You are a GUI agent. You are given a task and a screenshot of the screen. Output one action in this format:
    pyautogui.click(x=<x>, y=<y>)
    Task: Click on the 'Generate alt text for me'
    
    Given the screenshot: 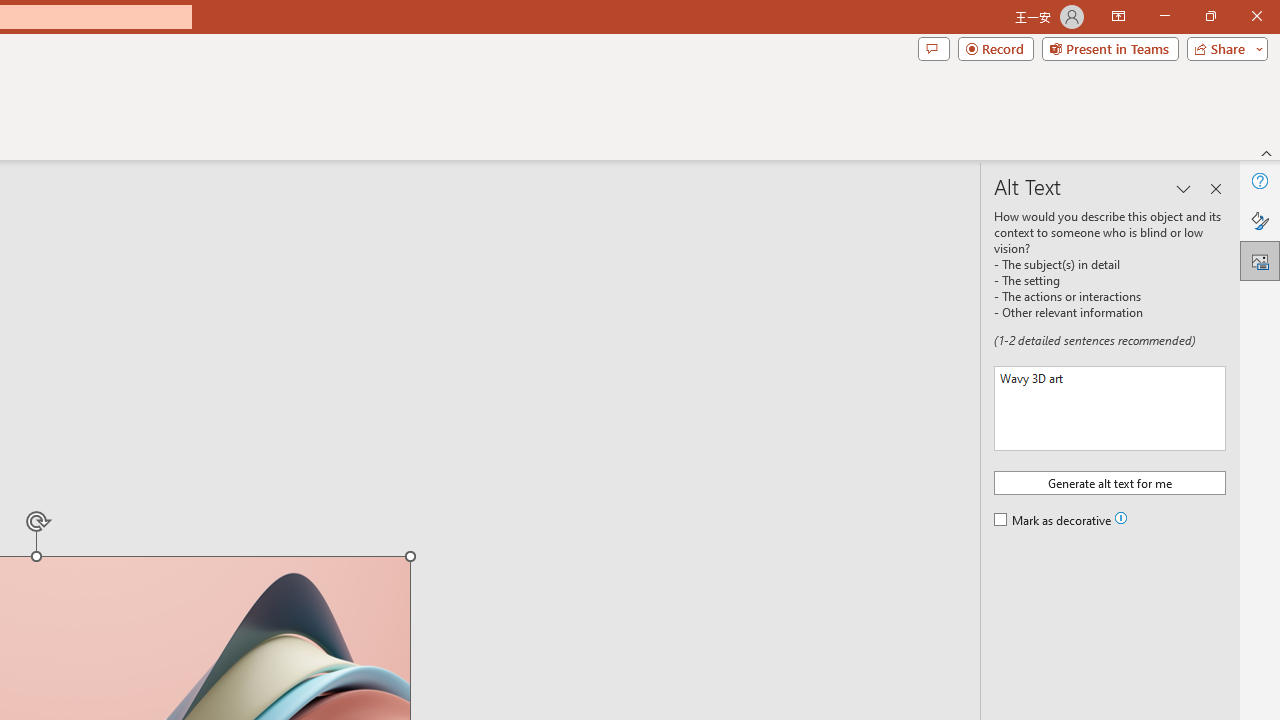 What is the action you would take?
    pyautogui.click(x=1109, y=483)
    